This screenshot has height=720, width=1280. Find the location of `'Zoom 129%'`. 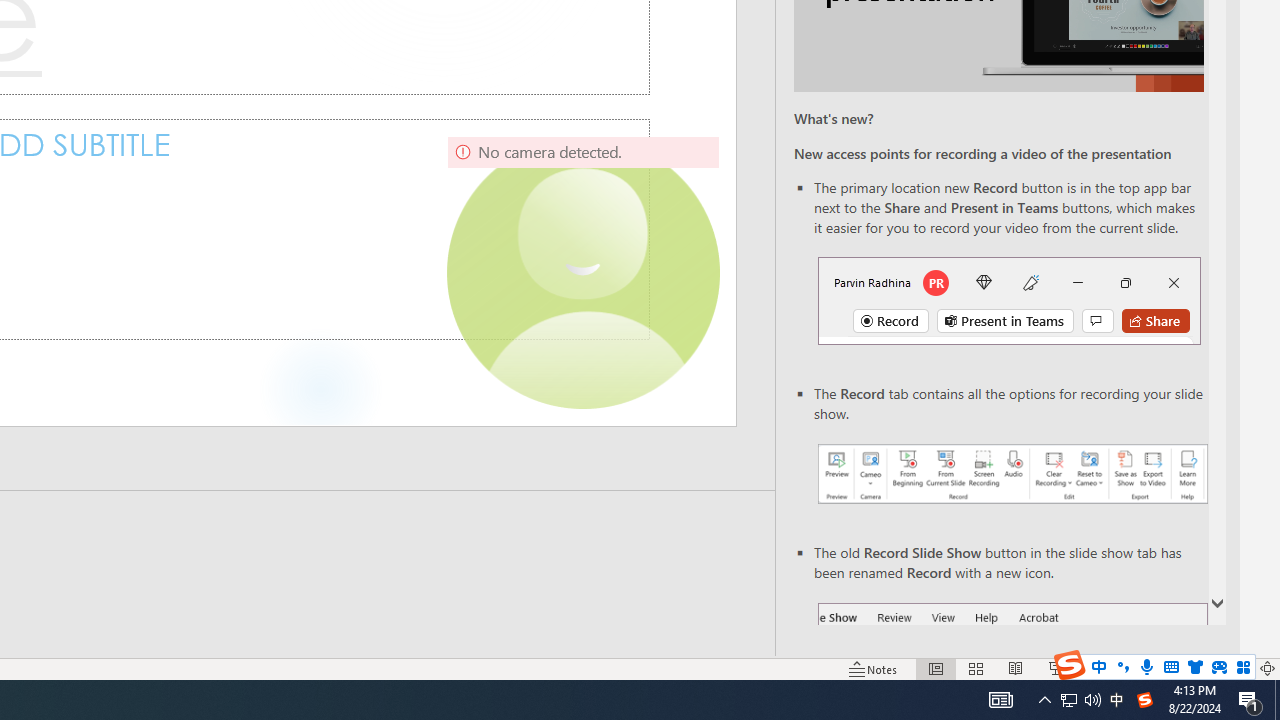

'Zoom 129%' is located at coordinates (1233, 669).